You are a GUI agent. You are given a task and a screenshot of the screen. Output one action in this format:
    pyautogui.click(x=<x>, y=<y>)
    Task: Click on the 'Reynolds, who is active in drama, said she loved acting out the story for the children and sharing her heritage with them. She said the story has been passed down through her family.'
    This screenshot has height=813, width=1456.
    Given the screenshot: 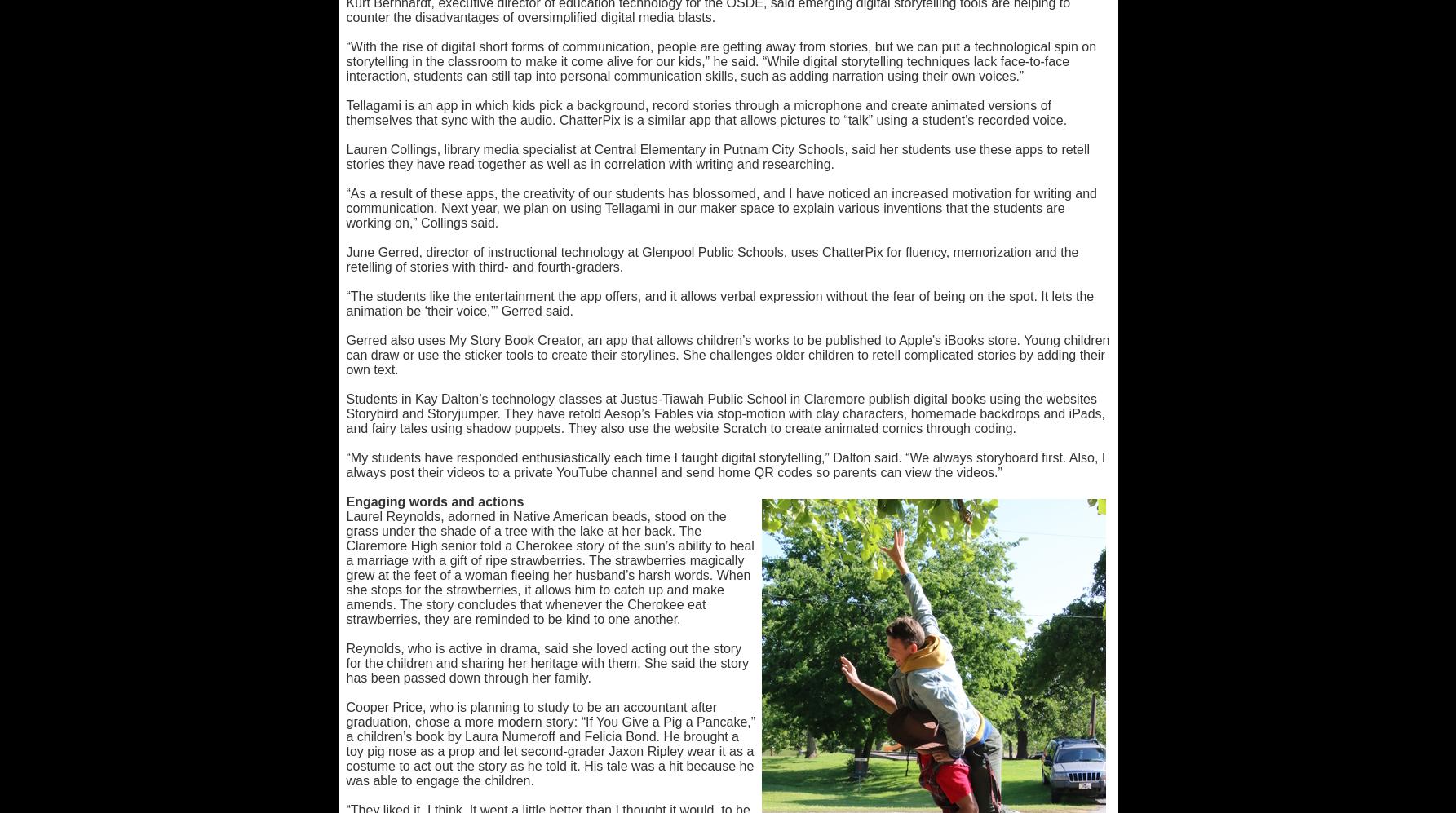 What is the action you would take?
    pyautogui.click(x=546, y=662)
    